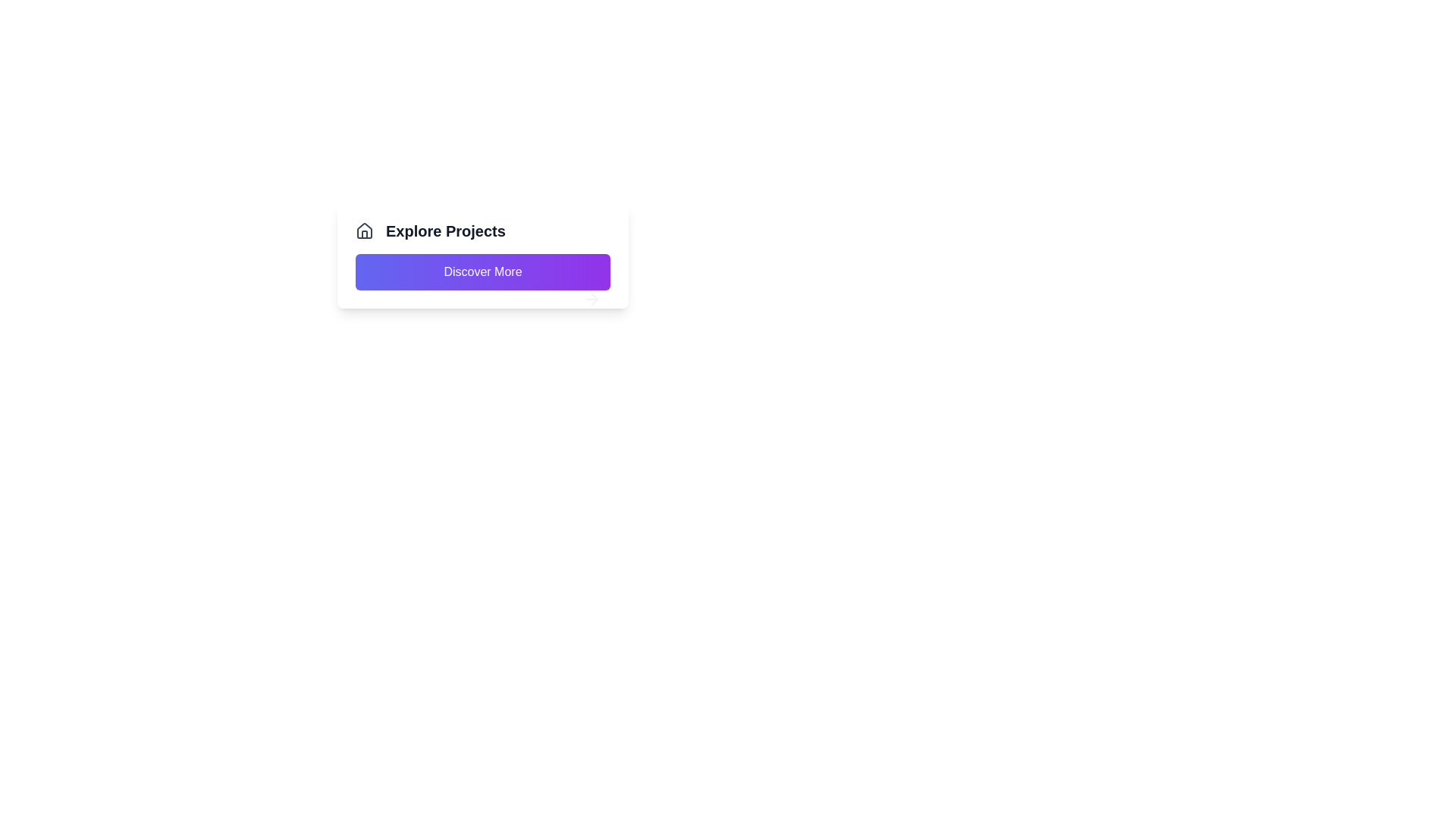  What do you see at coordinates (364, 234) in the screenshot?
I see `the small, vertical rectangular outline that is part of the house icon's lower portion, specifically the vertical rectangle in the middle of the house icon` at bounding box center [364, 234].